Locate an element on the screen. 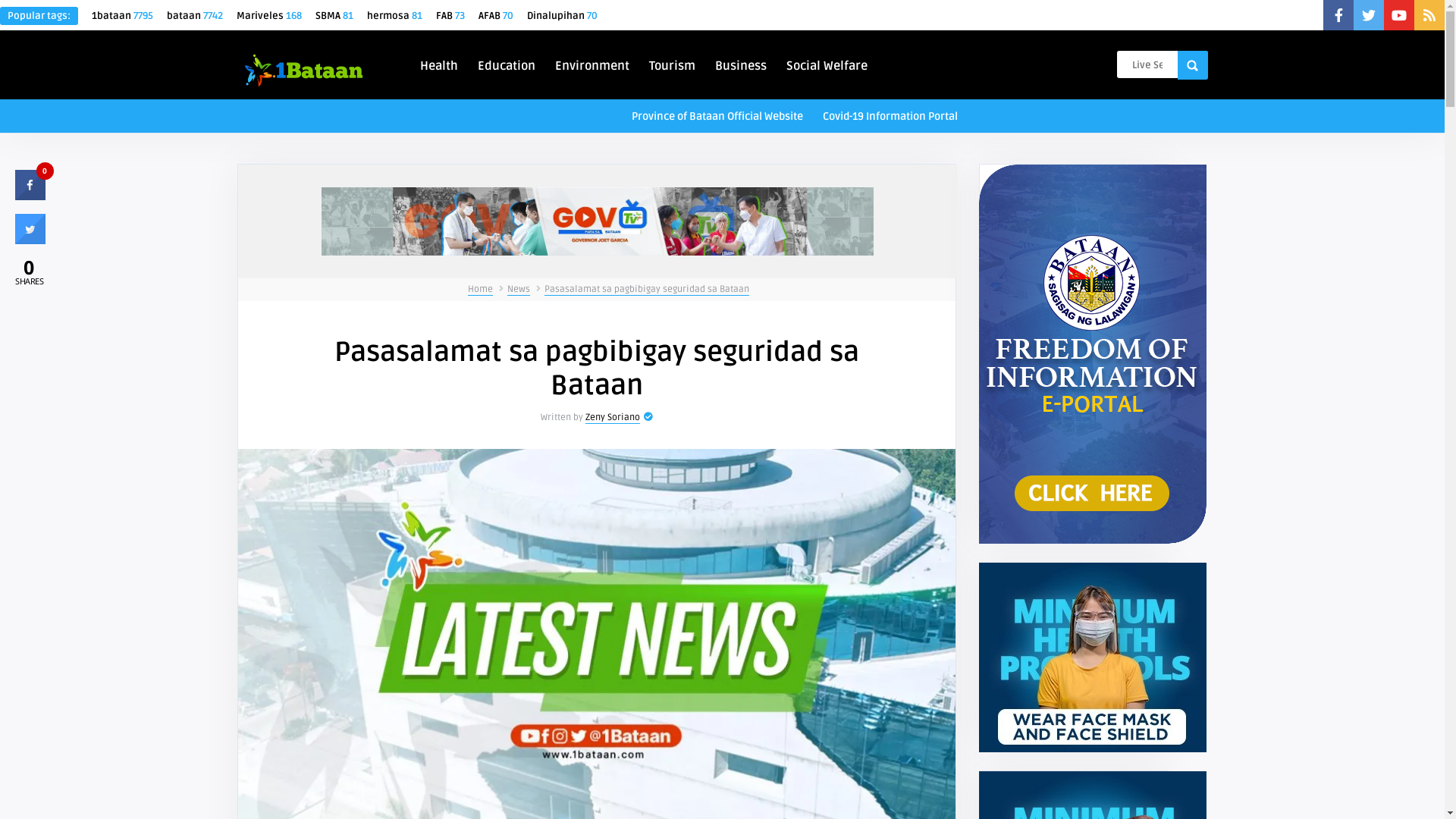  'Covid-19 Information Portal' is located at coordinates (890, 114).